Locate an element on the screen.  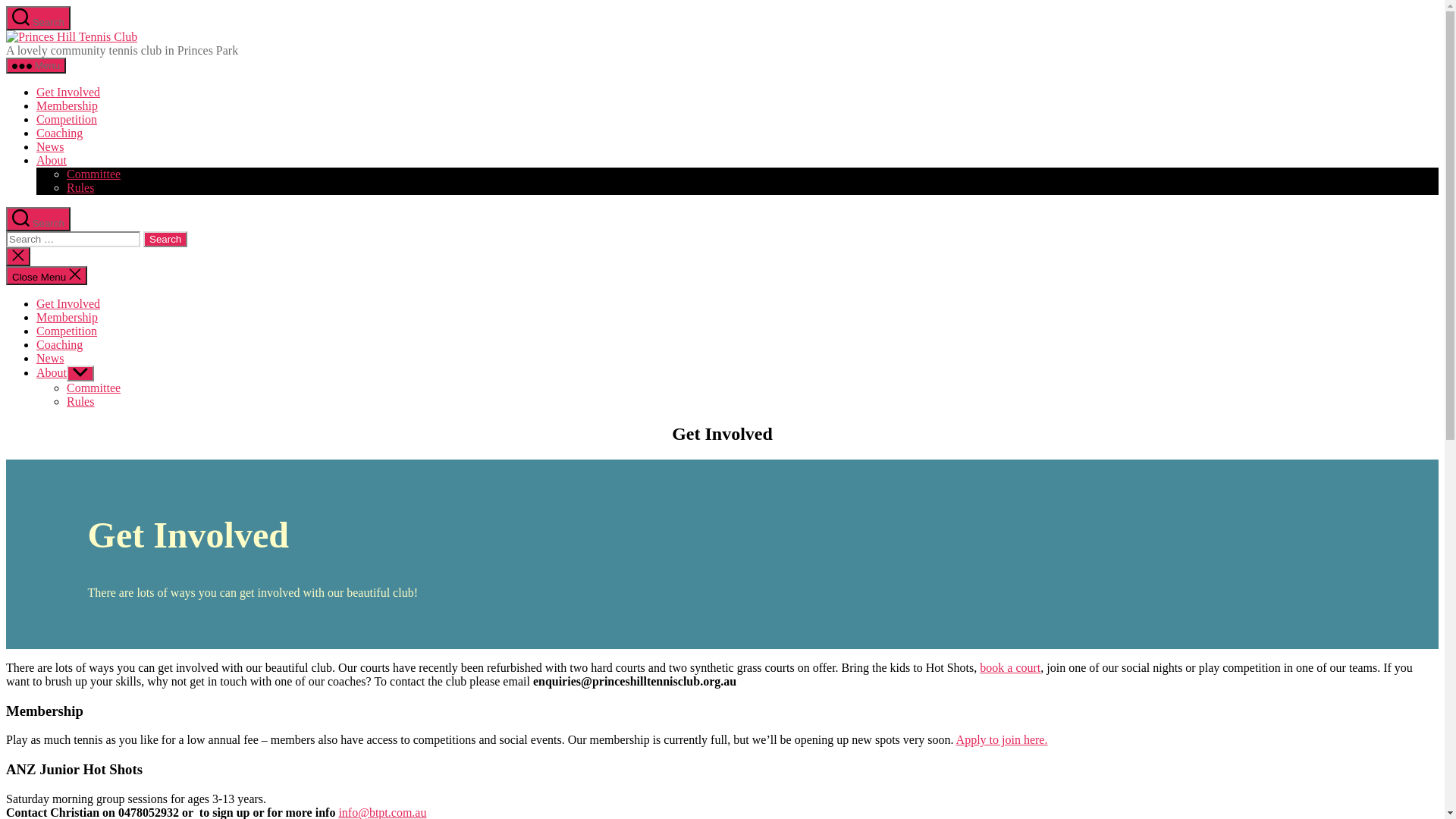
'About' is located at coordinates (51, 372).